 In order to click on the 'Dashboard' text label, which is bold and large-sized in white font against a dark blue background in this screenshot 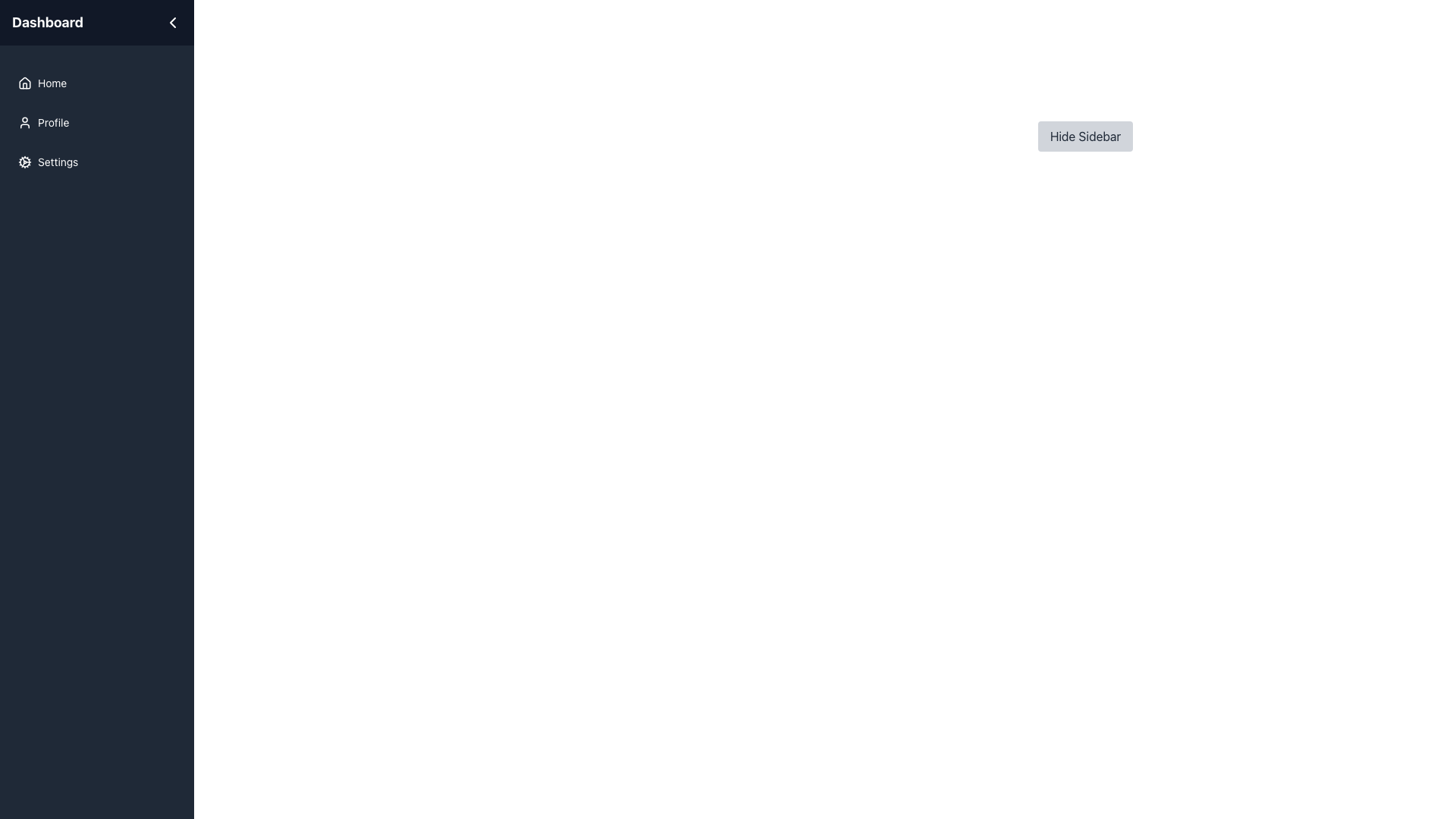, I will do `click(47, 23)`.